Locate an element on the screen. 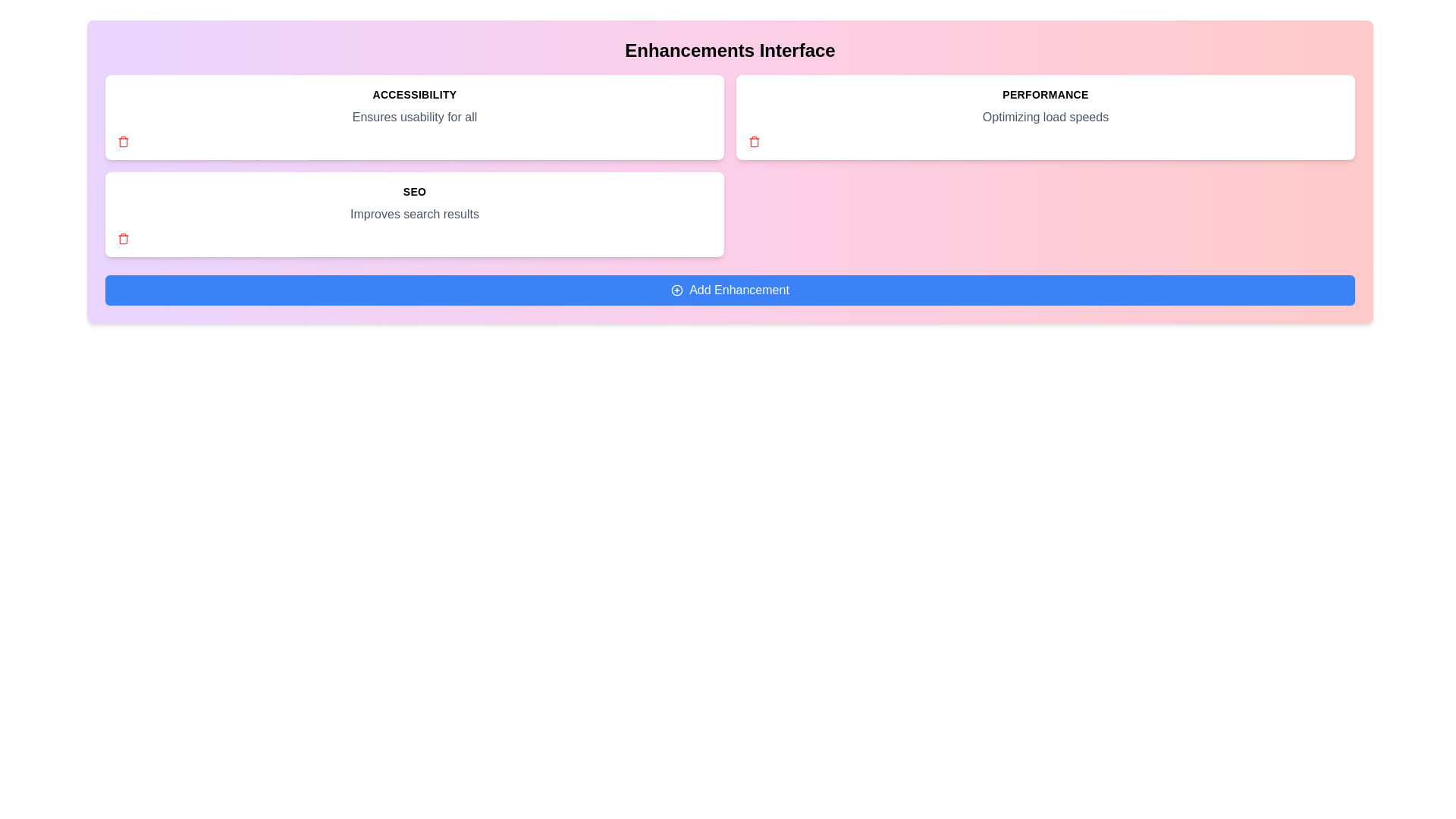  the trash icon of the tag named Performance to remove it is located at coordinates (754, 141).